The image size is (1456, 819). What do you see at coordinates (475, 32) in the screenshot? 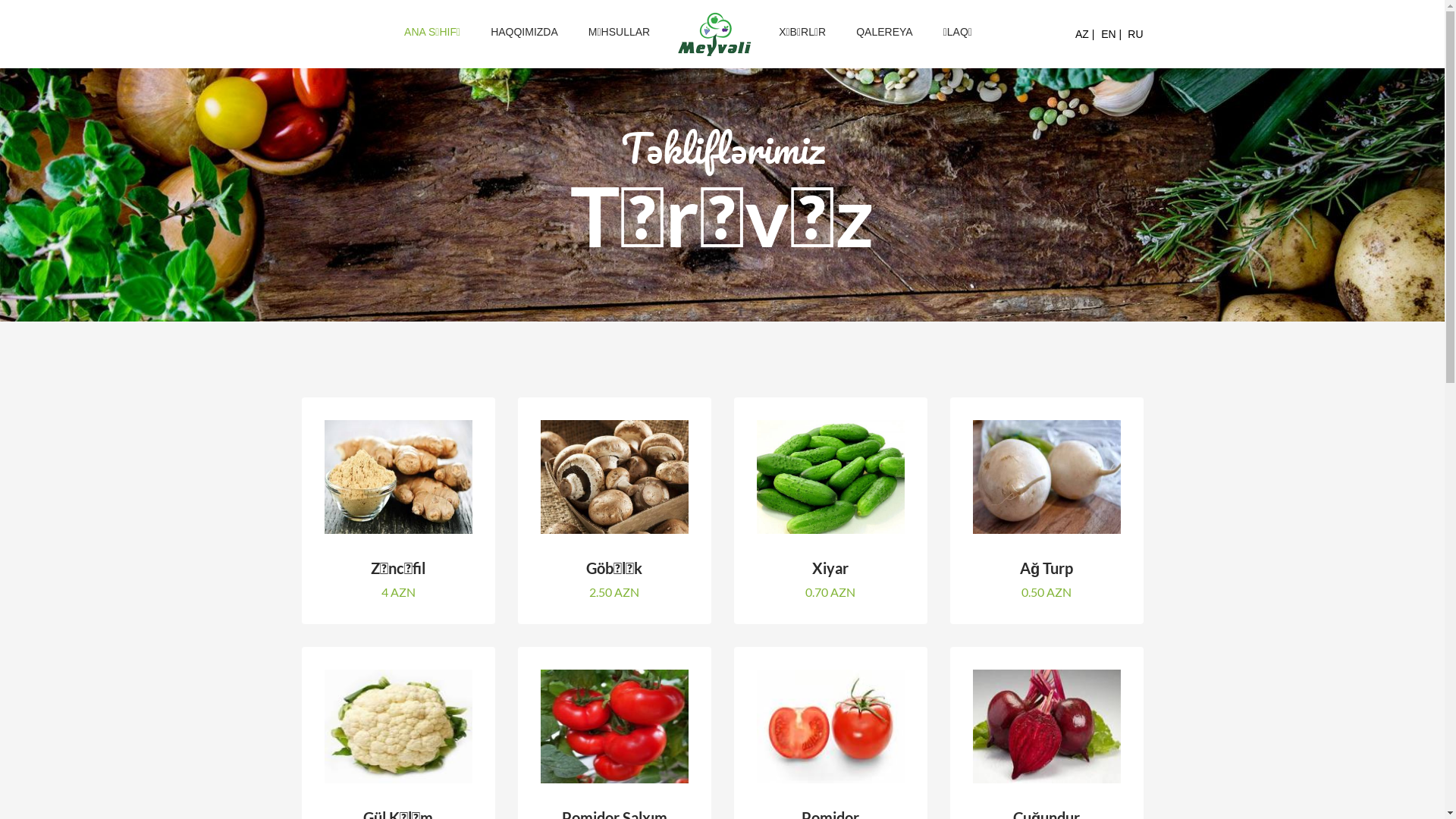
I see `'HAQQIMIZDA'` at bounding box center [475, 32].